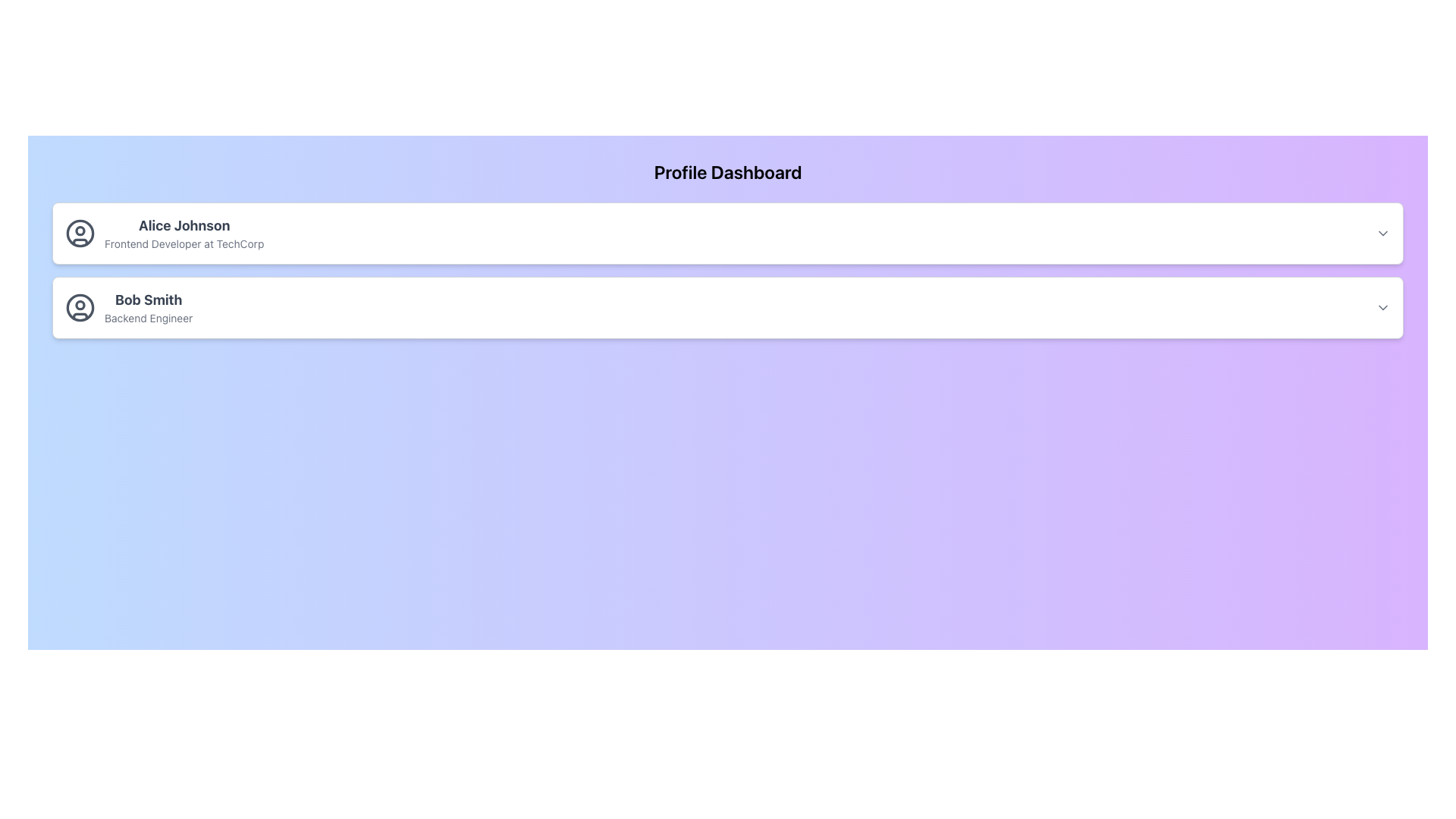  I want to click on the user profile icon located to the left of the text 'Alice Johnson Frontend Developer at TechCorp', so click(79, 234).